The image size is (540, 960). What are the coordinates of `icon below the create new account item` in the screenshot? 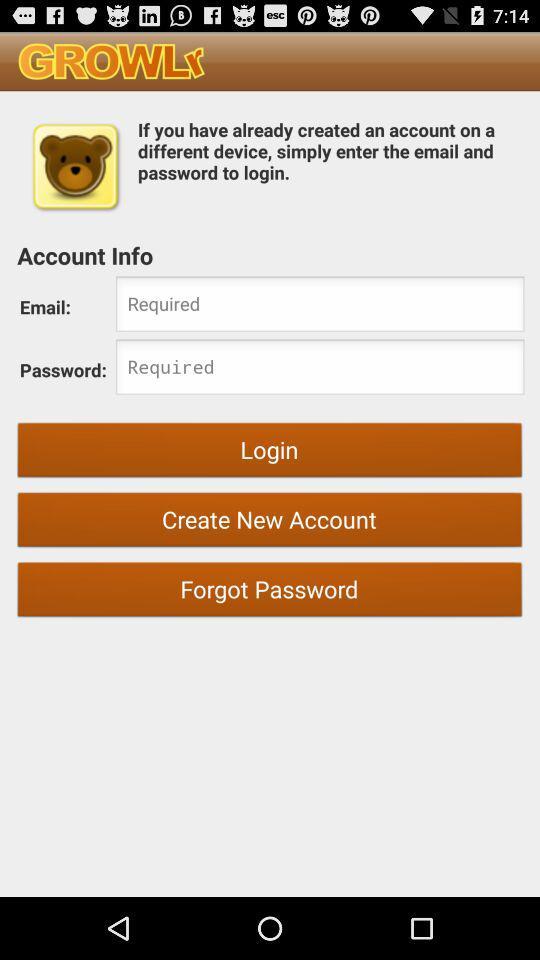 It's located at (270, 592).